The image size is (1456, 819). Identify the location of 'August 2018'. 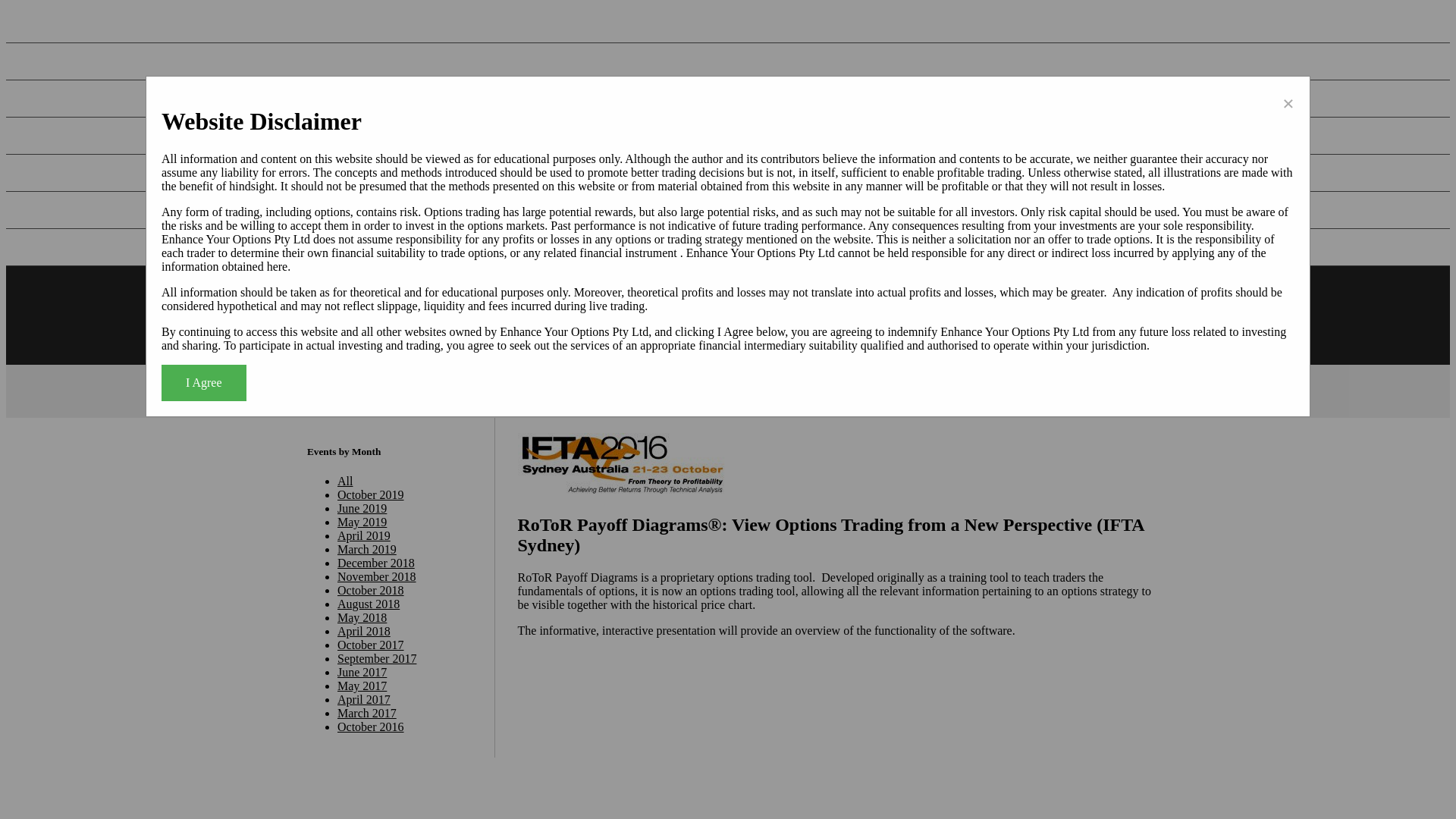
(368, 603).